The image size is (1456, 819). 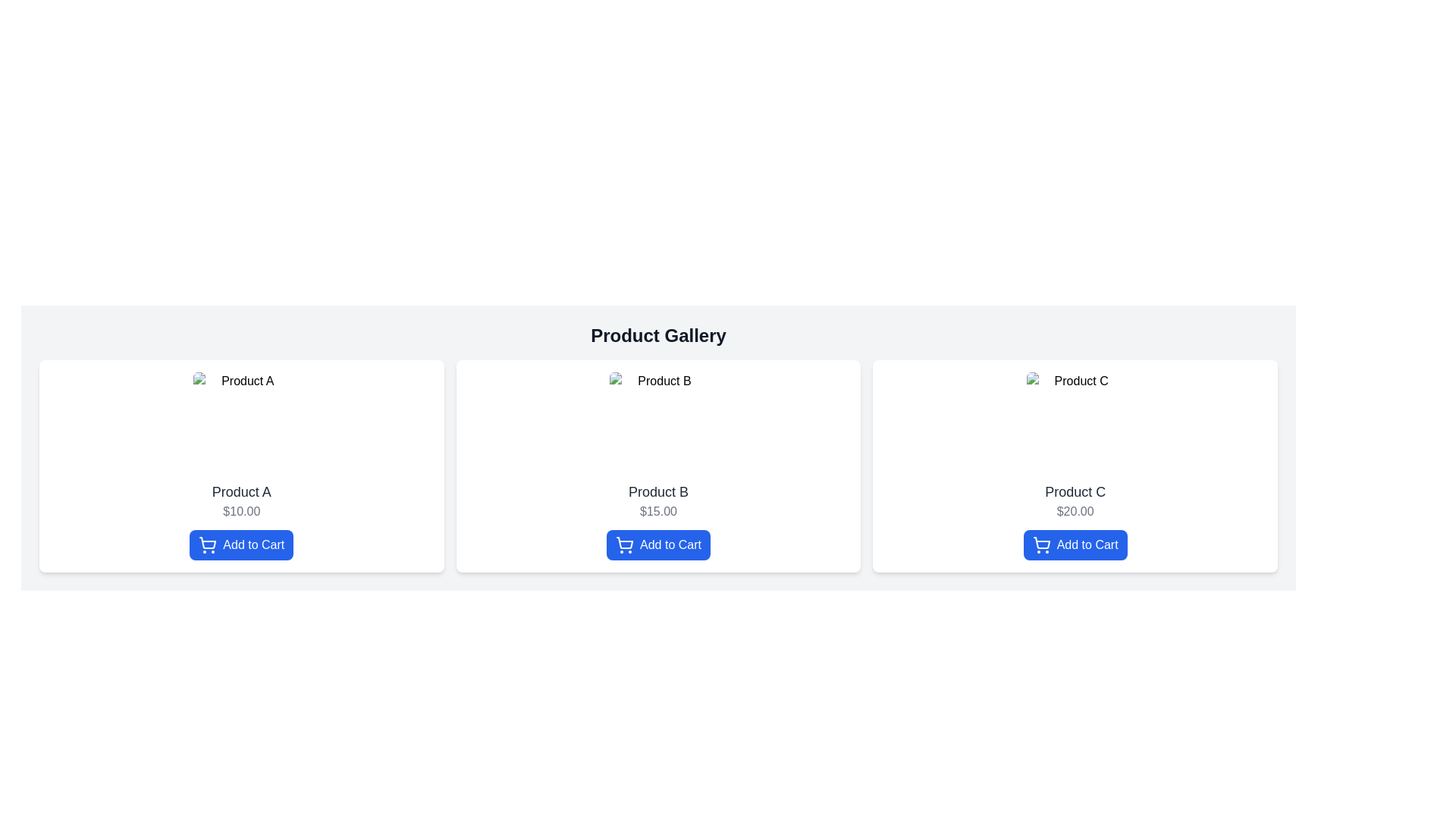 I want to click on the 'Add to Cart' button for 'Product C' located at the bottom section of its product card, so click(x=1075, y=544).